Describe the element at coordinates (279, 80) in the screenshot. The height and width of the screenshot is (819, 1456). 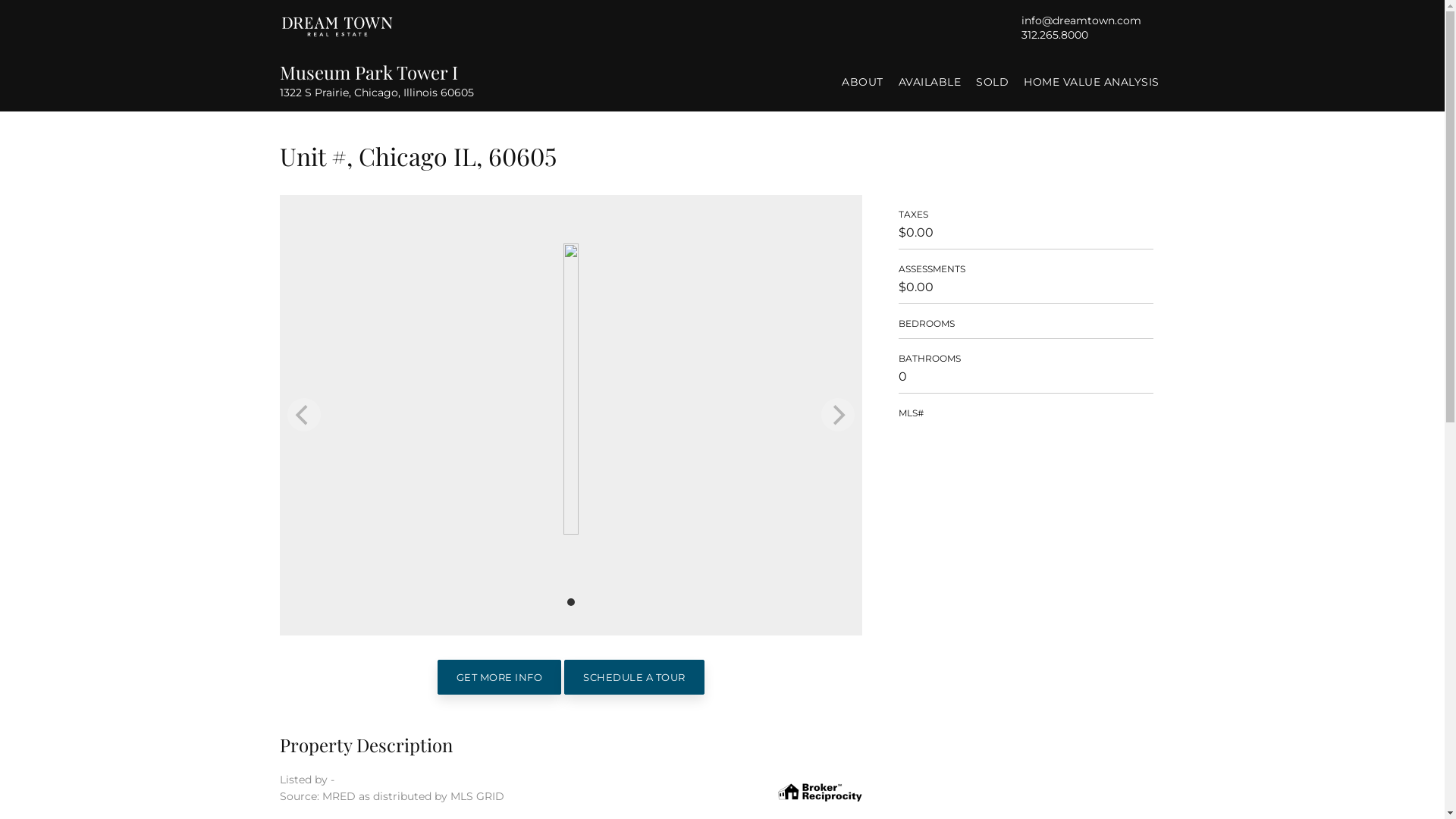
I see `'Museum Park Tower I` at that location.